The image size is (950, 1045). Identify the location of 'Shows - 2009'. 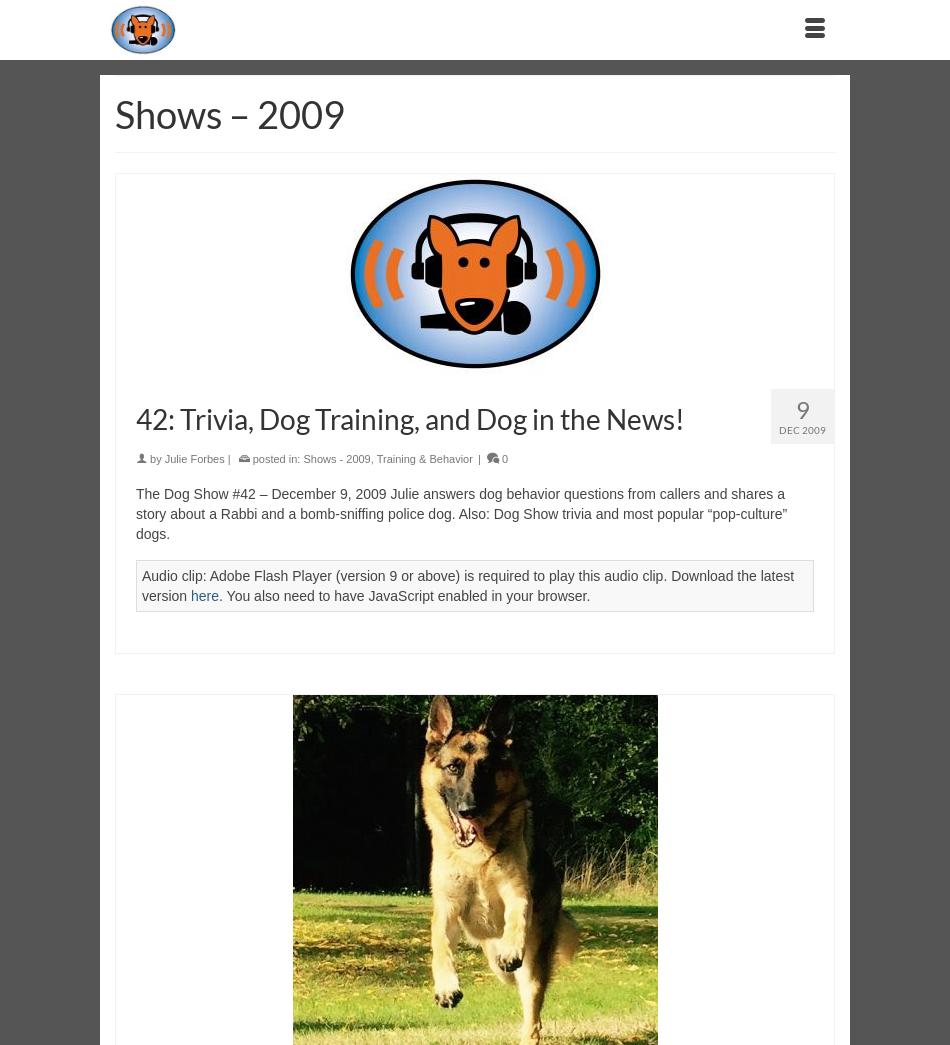
(335, 458).